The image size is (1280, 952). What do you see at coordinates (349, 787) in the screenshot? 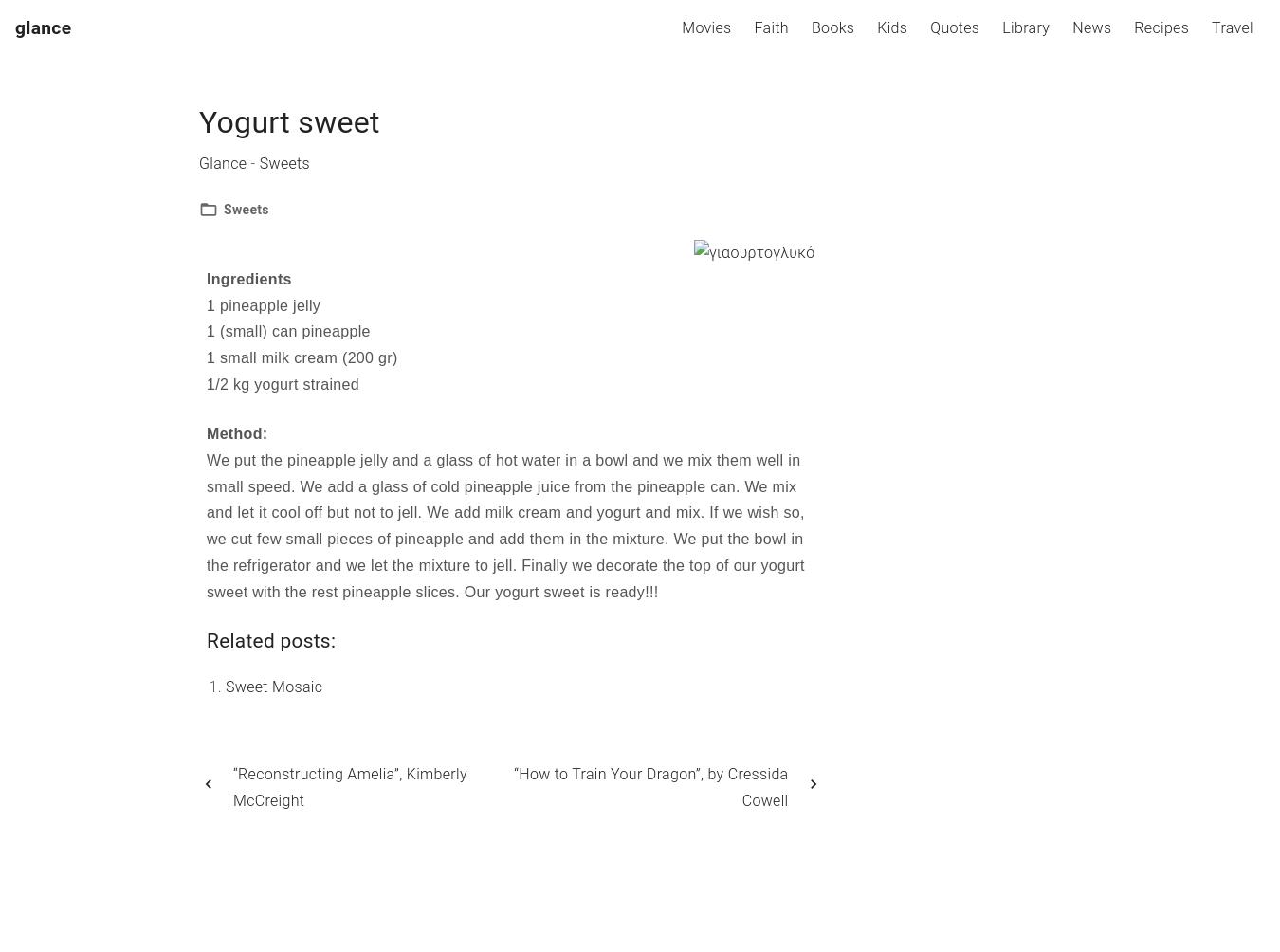
I see `'“Reconstructing Amelia”, Kimberly McCreight'` at bounding box center [349, 787].